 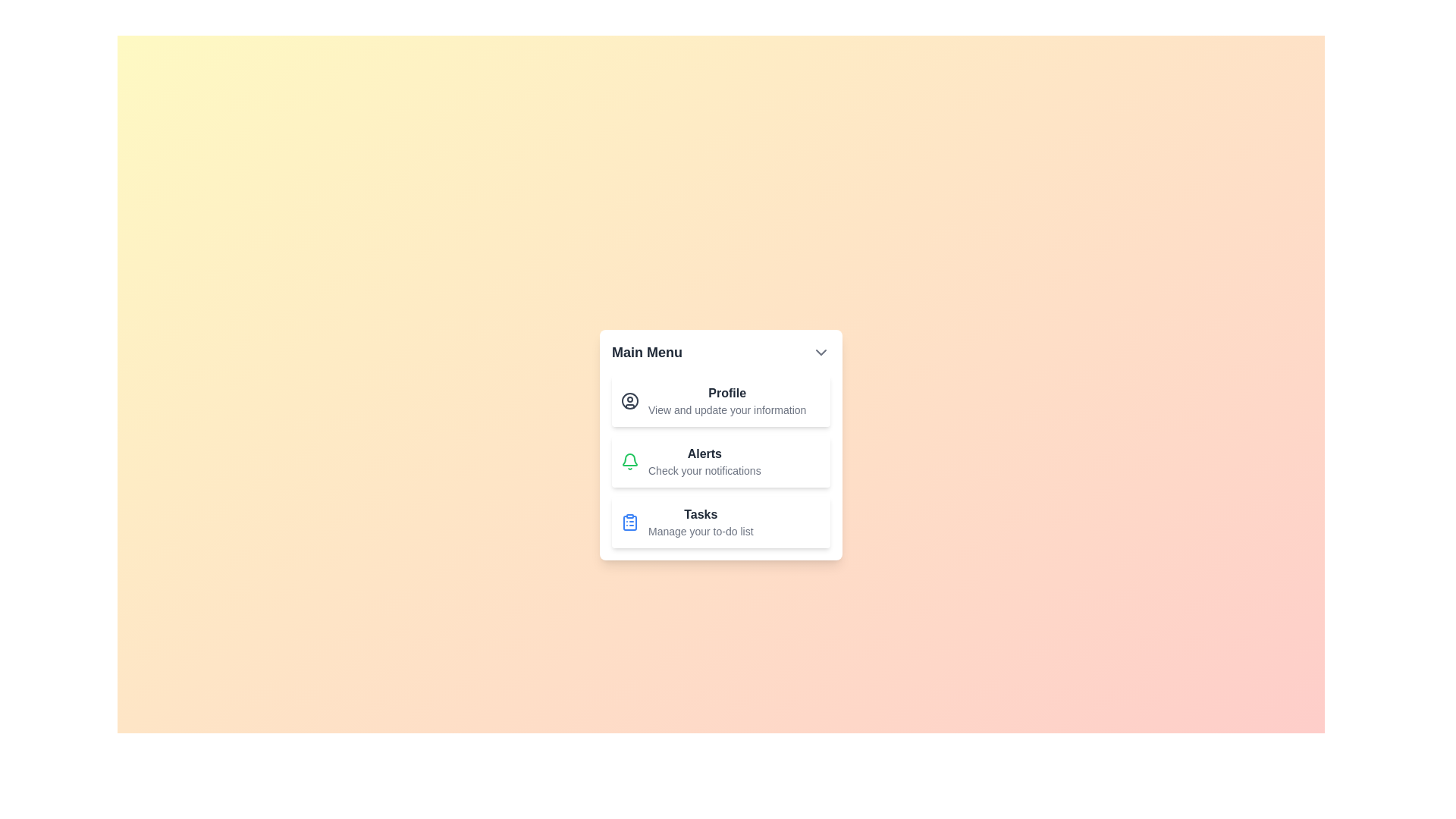 What do you see at coordinates (720, 400) in the screenshot?
I see `the menu item 'Profile' to highlight it` at bounding box center [720, 400].